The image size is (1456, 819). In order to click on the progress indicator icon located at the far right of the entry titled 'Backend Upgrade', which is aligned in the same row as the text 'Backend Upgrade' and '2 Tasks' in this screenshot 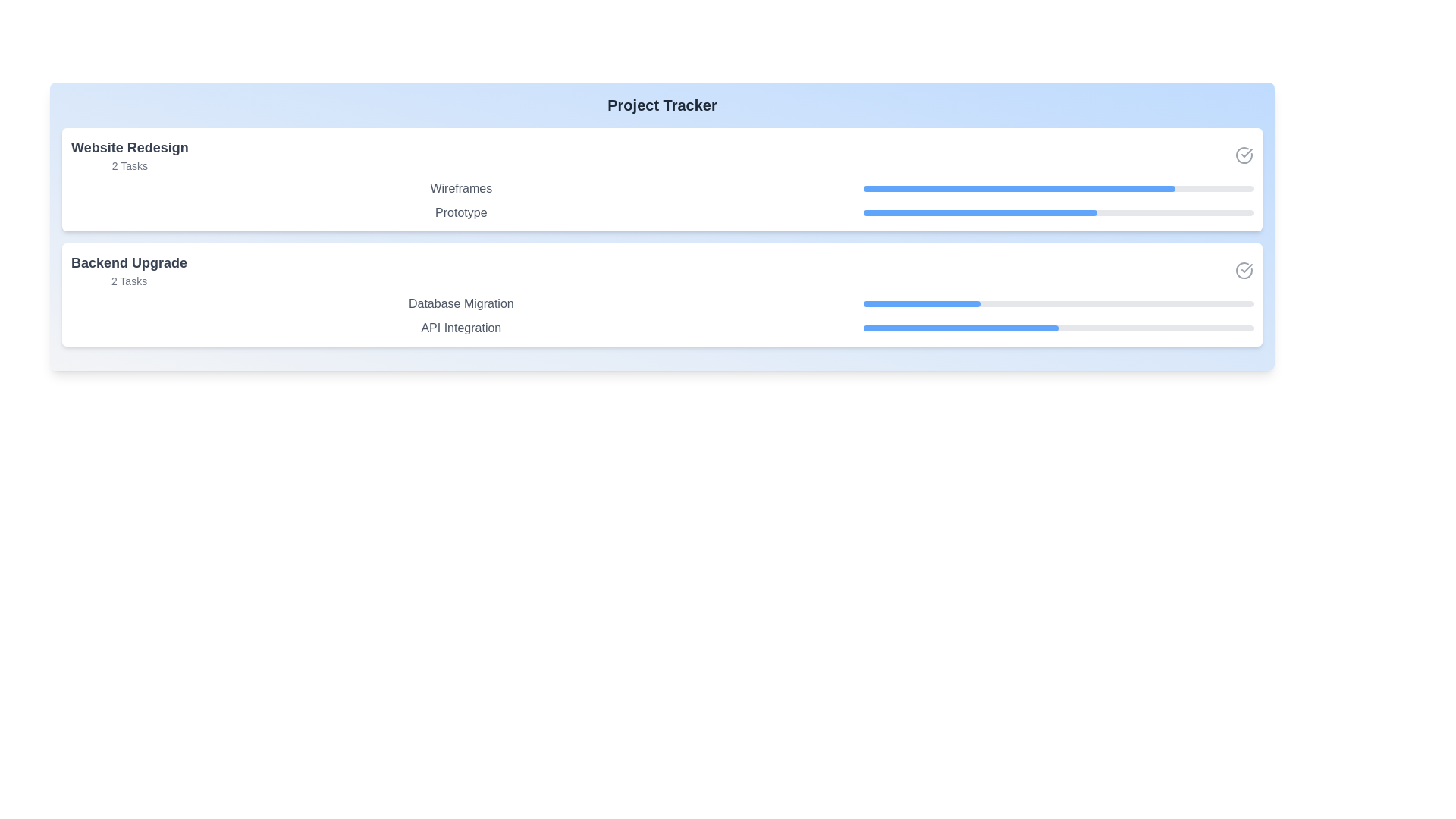, I will do `click(1244, 270)`.